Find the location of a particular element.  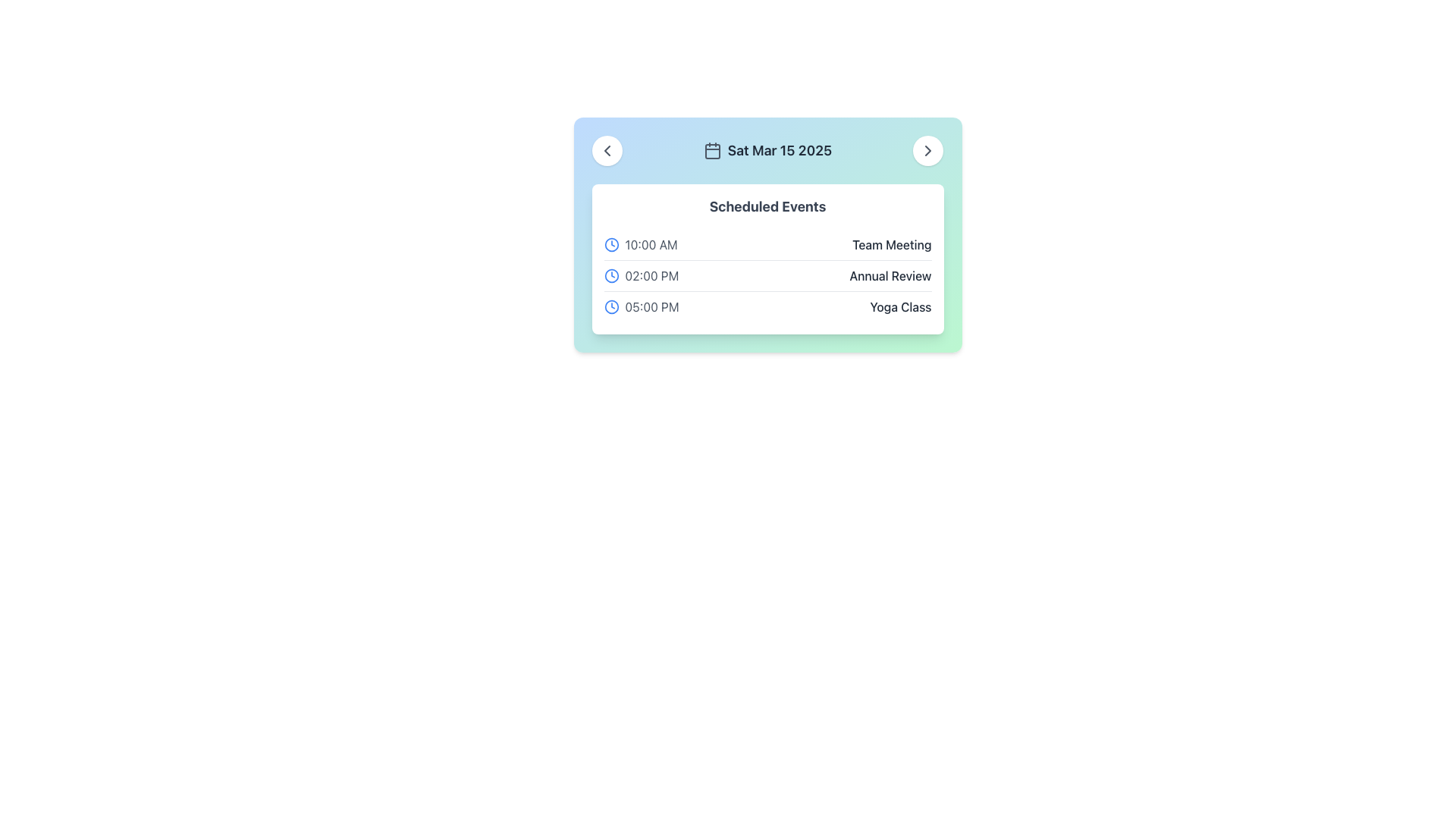

the text label displaying 'Team Meeting' which is styled in dark gray and located in the first row of the event schedule next to '10:00 AM' is located at coordinates (892, 244).